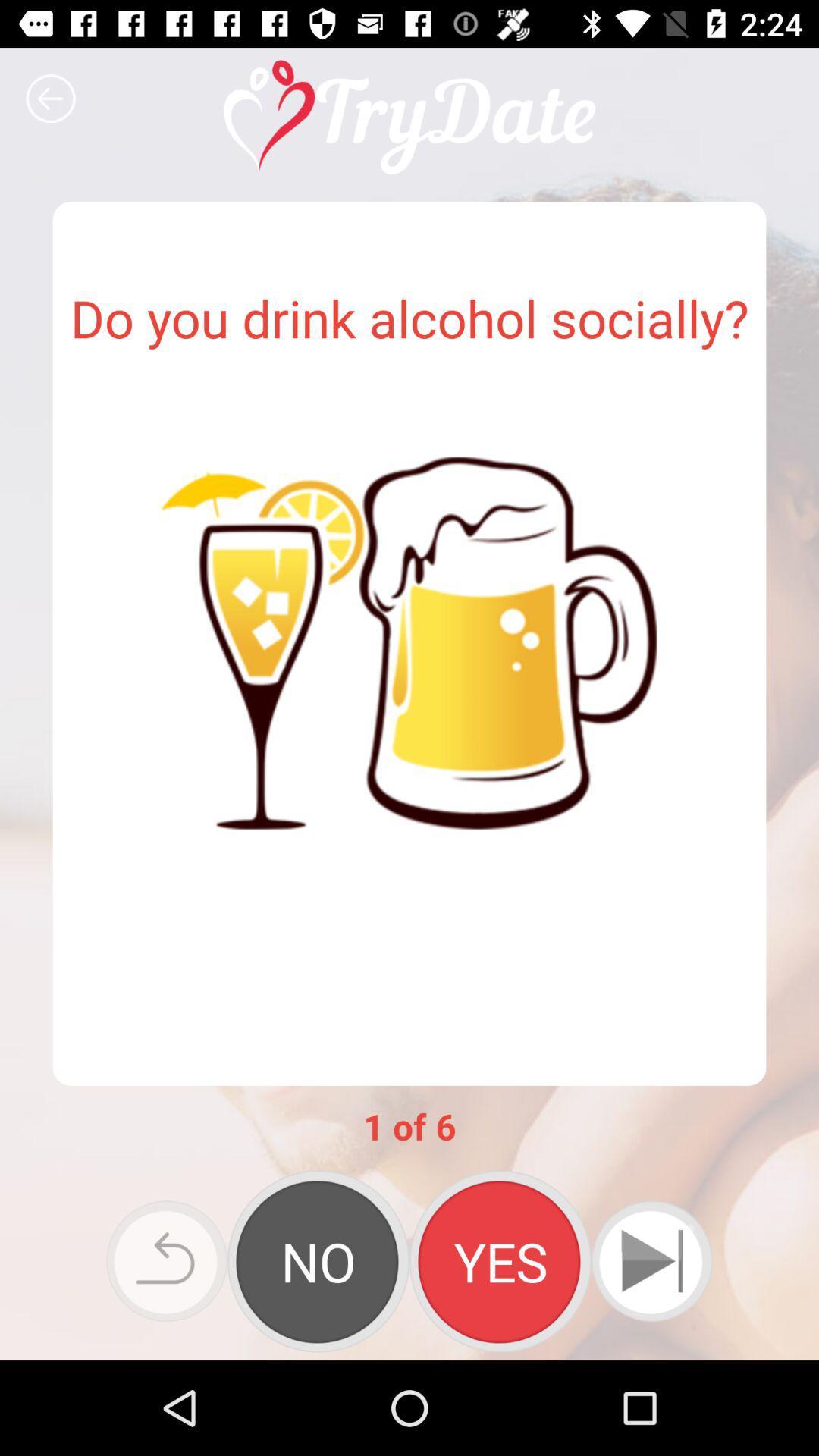 The width and height of the screenshot is (819, 1456). What do you see at coordinates (318, 1261) in the screenshot?
I see `option` at bounding box center [318, 1261].